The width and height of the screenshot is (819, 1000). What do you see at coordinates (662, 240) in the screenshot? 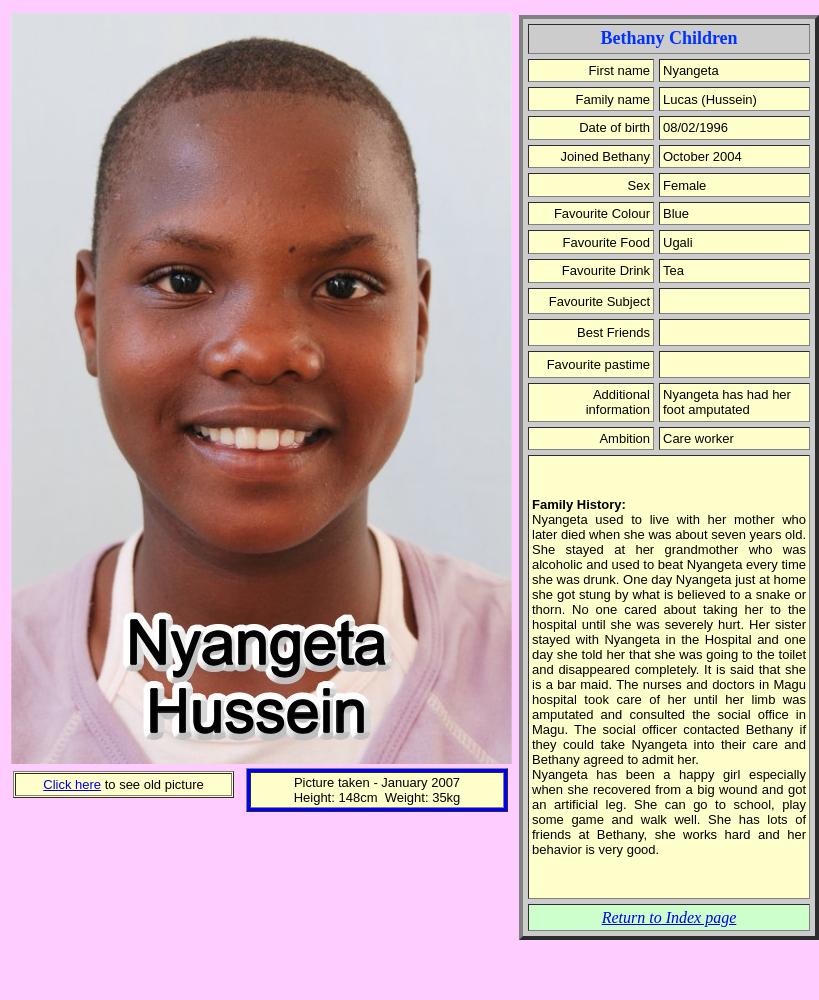
I see `'Ugali'` at bounding box center [662, 240].